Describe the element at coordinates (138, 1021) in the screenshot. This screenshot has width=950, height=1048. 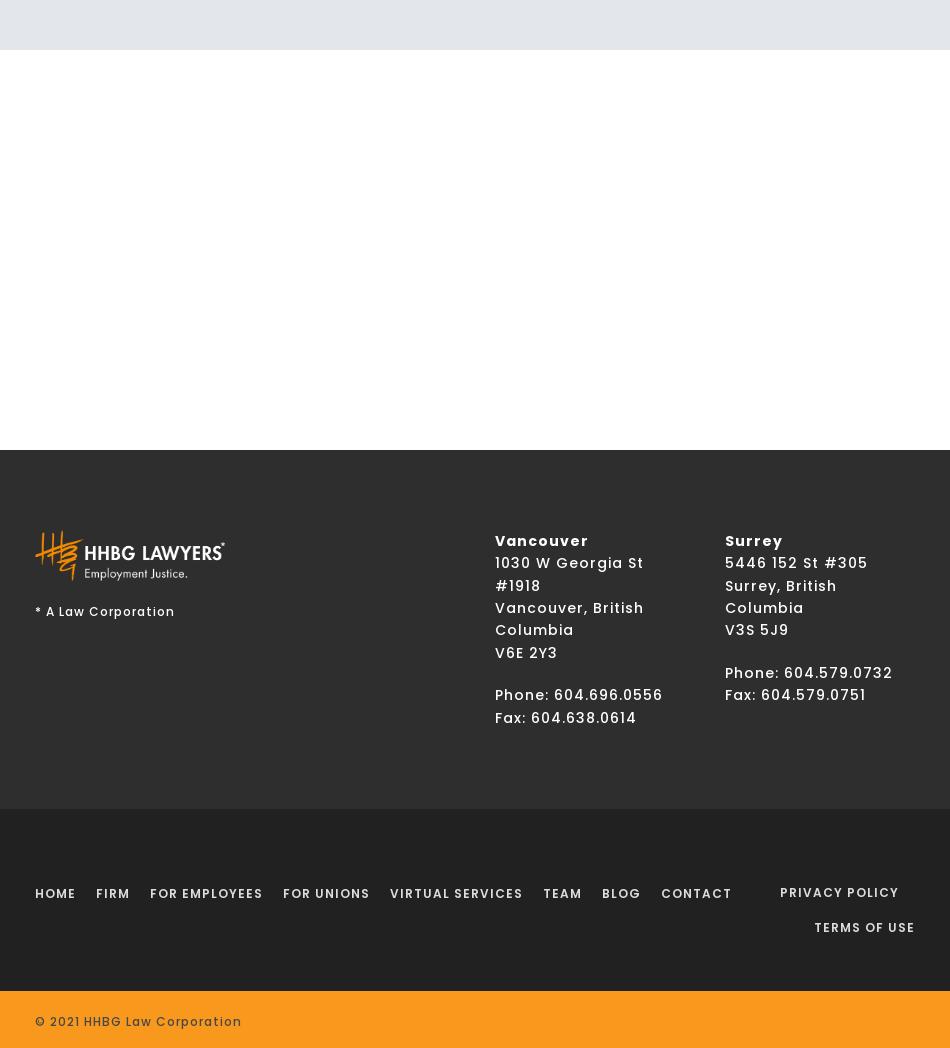
I see `'© 2021 HHBG Law Corporation'` at that location.